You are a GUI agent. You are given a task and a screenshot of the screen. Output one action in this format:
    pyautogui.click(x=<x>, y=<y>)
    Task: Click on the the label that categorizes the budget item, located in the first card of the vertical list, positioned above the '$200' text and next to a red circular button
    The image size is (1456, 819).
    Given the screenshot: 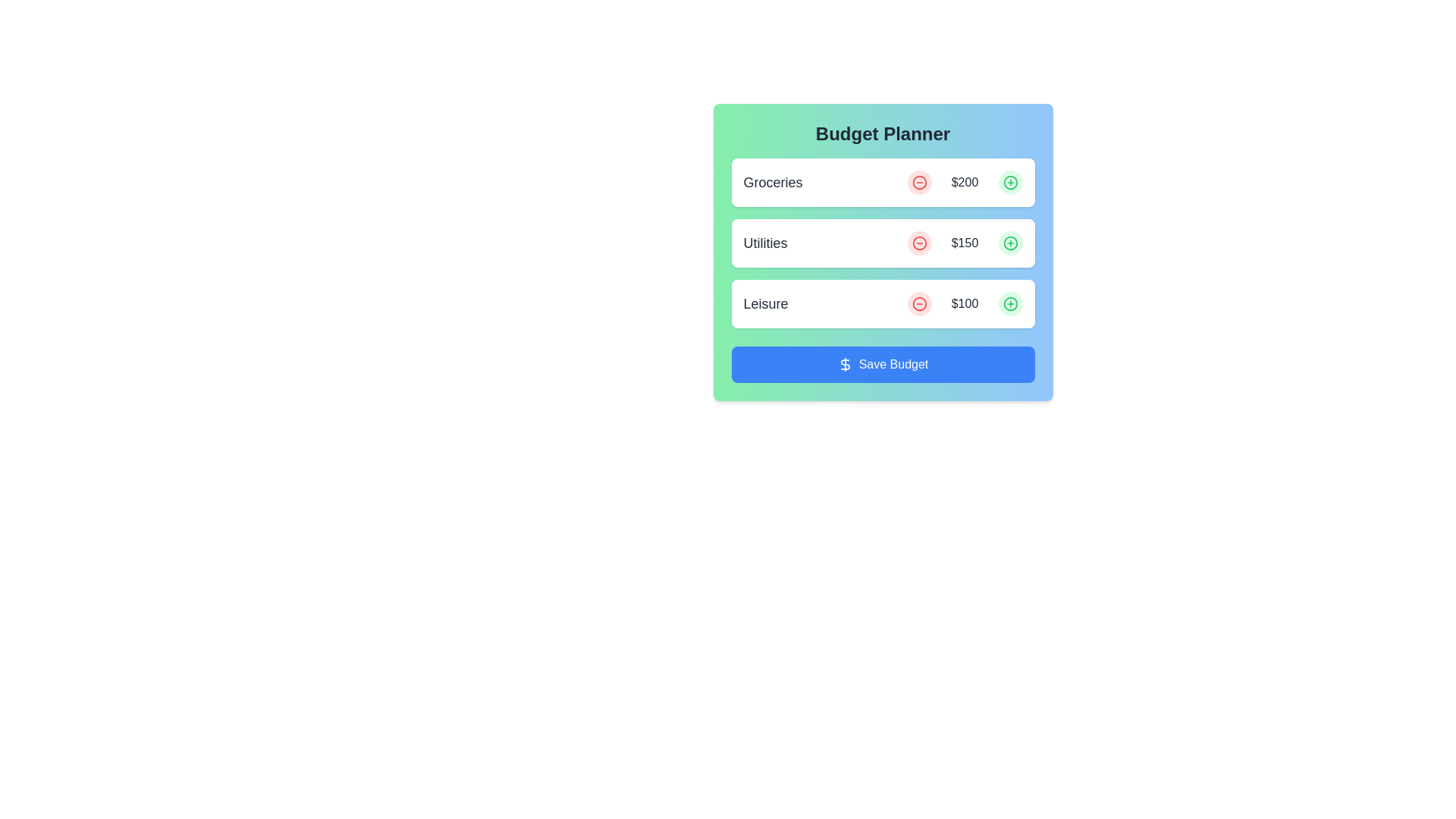 What is the action you would take?
    pyautogui.click(x=773, y=181)
    